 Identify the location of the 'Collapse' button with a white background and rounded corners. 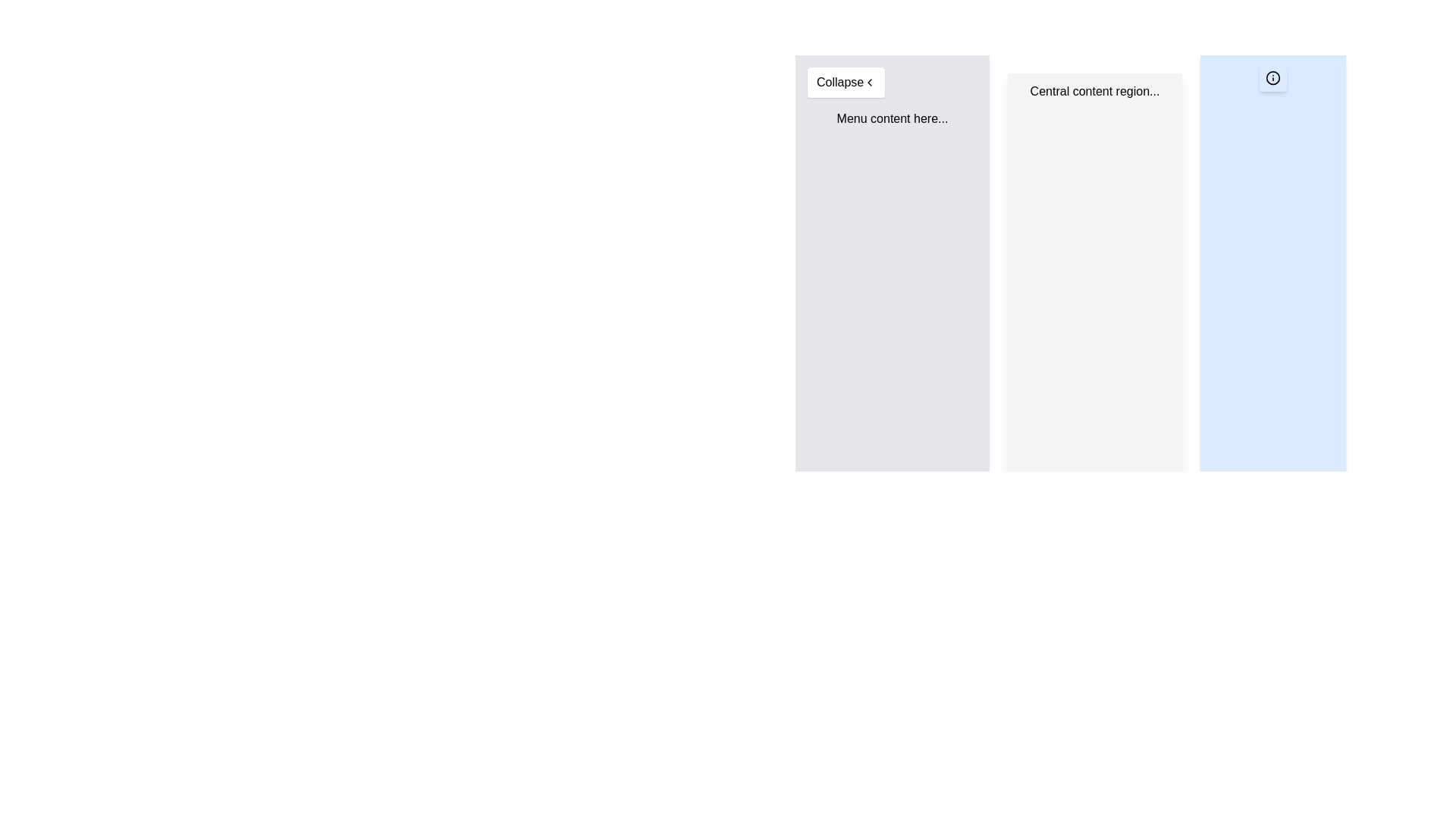
(846, 82).